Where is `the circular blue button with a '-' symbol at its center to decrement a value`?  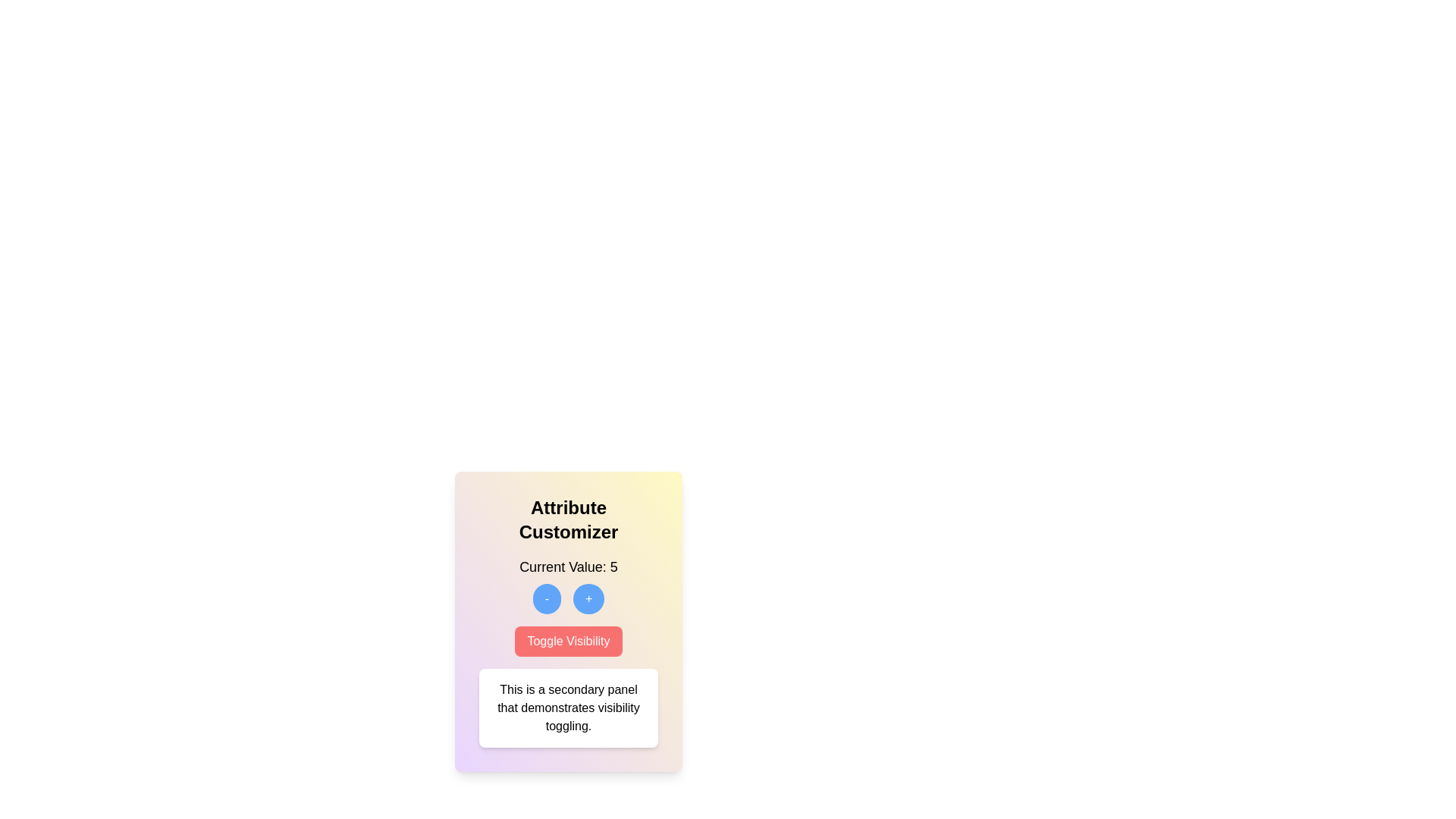 the circular blue button with a '-' symbol at its center to decrement a value is located at coordinates (546, 598).